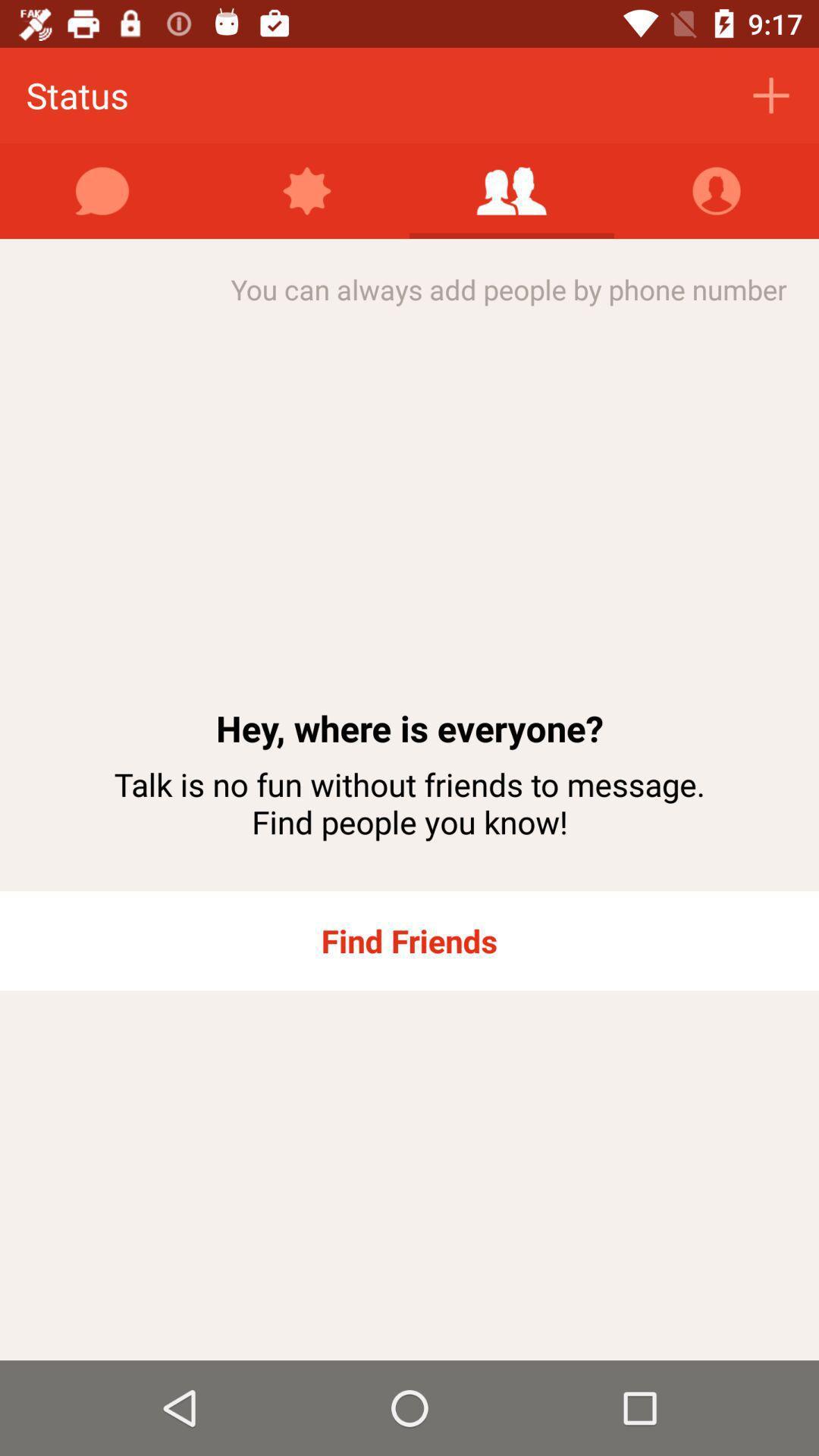 Image resolution: width=819 pixels, height=1456 pixels. Describe the element at coordinates (102, 190) in the screenshot. I see `send a message` at that location.